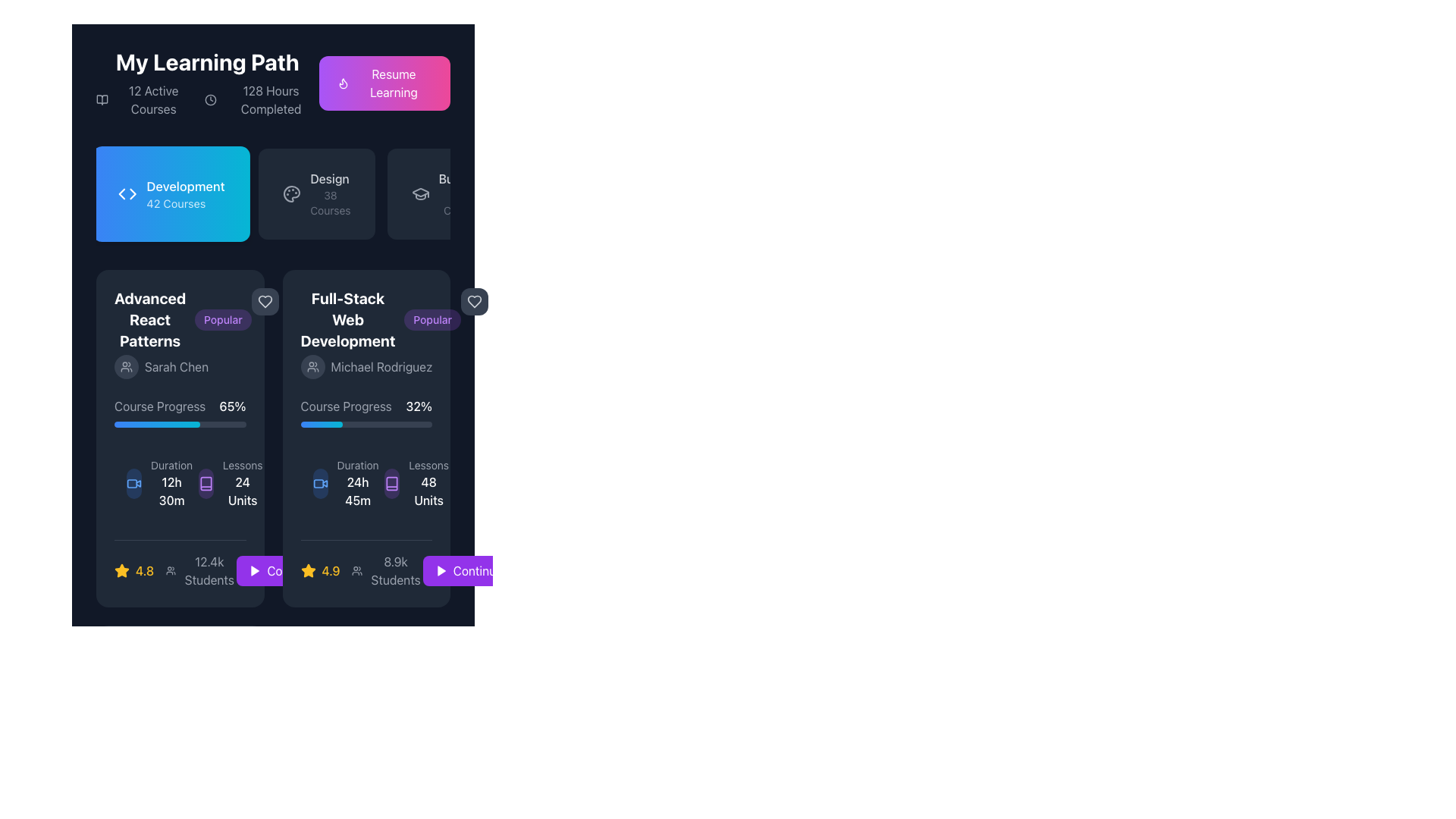 This screenshot has height=819, width=1456. I want to click on the 'Continue' text label within the purple button at the bottom right of the 'Full-Stack Web Development' card, so click(477, 570).